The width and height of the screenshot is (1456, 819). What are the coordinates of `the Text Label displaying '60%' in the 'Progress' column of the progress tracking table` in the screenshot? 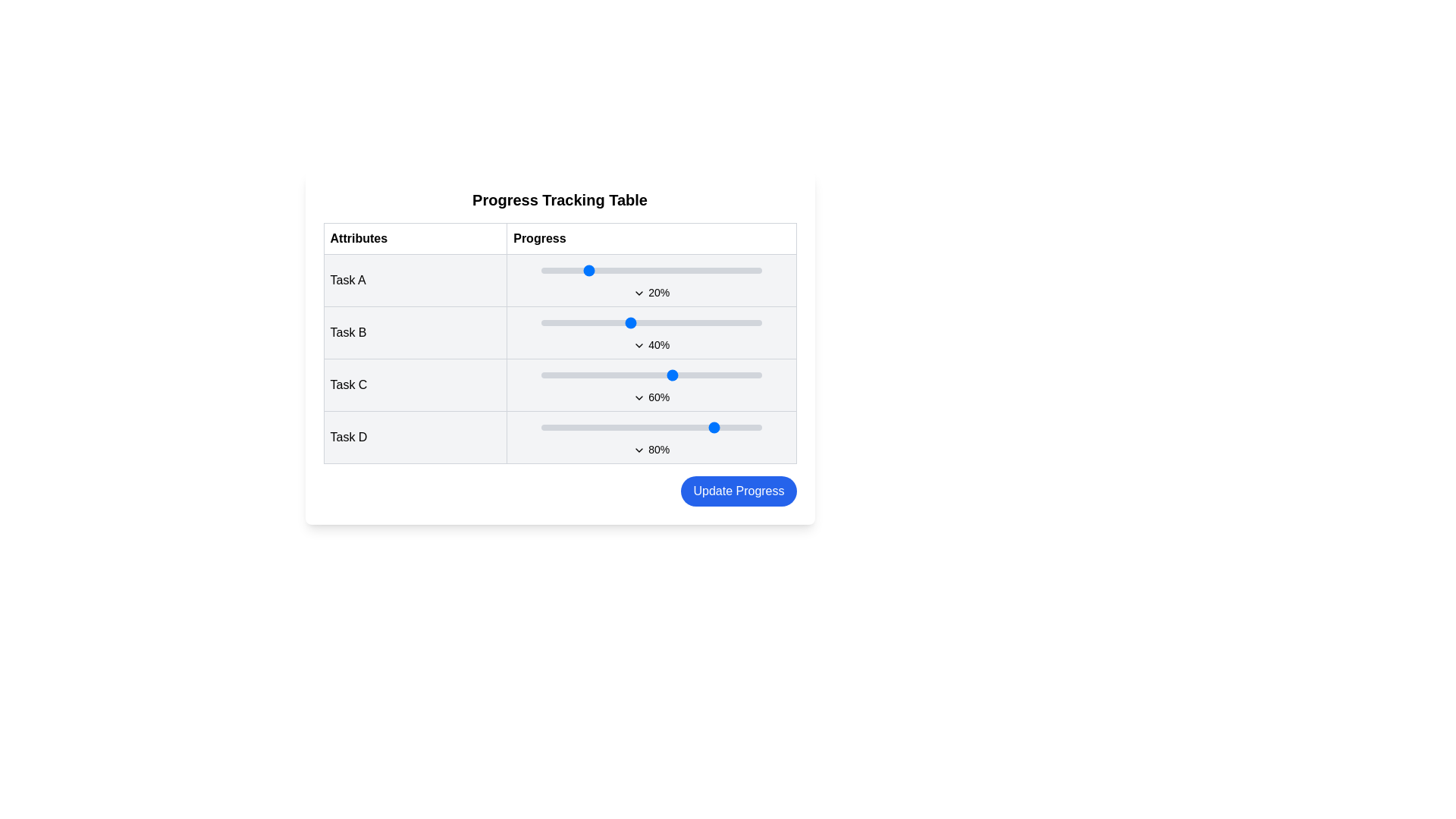 It's located at (651, 394).